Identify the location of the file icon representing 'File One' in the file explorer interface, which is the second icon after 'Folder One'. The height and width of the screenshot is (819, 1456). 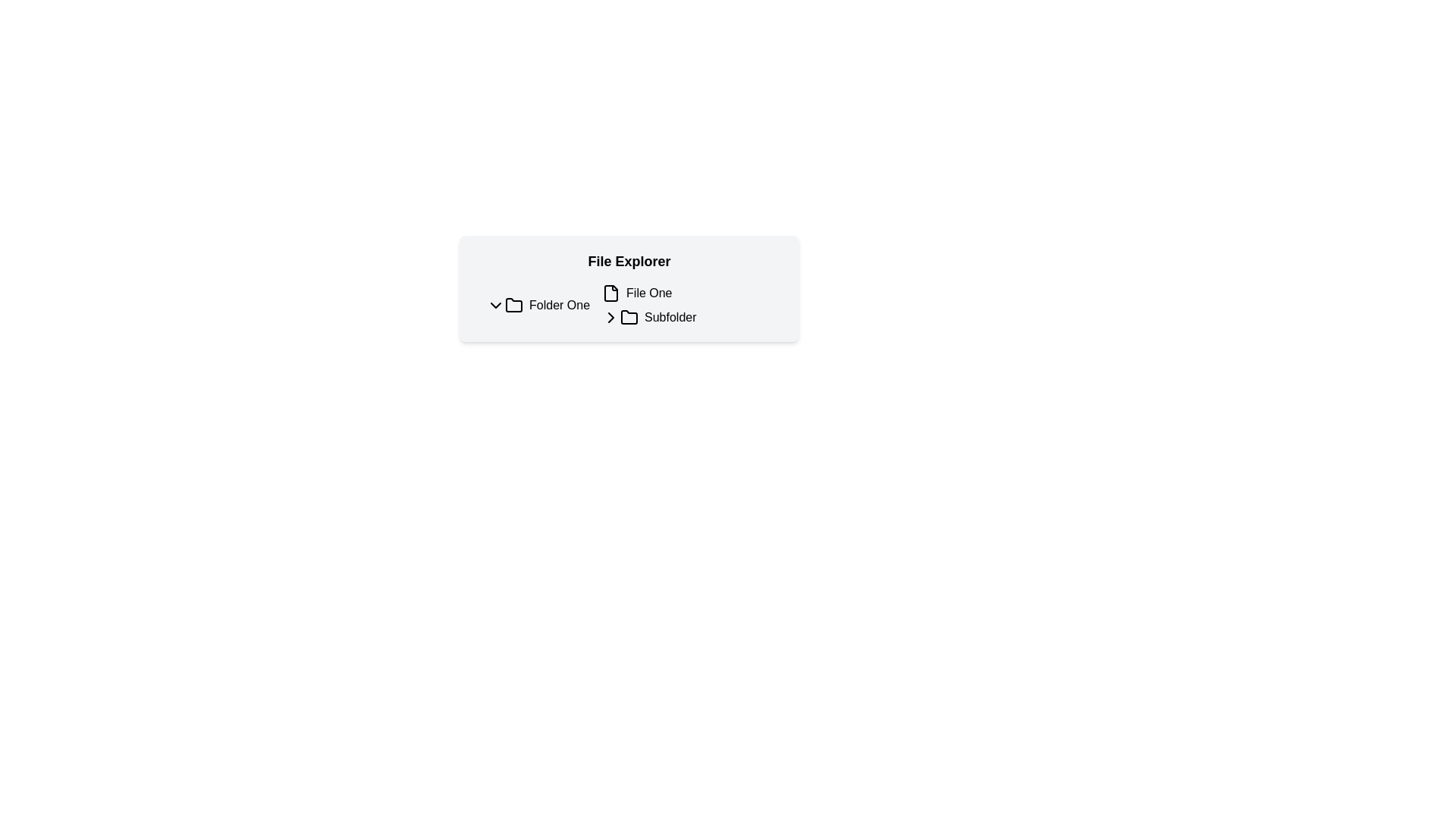
(611, 293).